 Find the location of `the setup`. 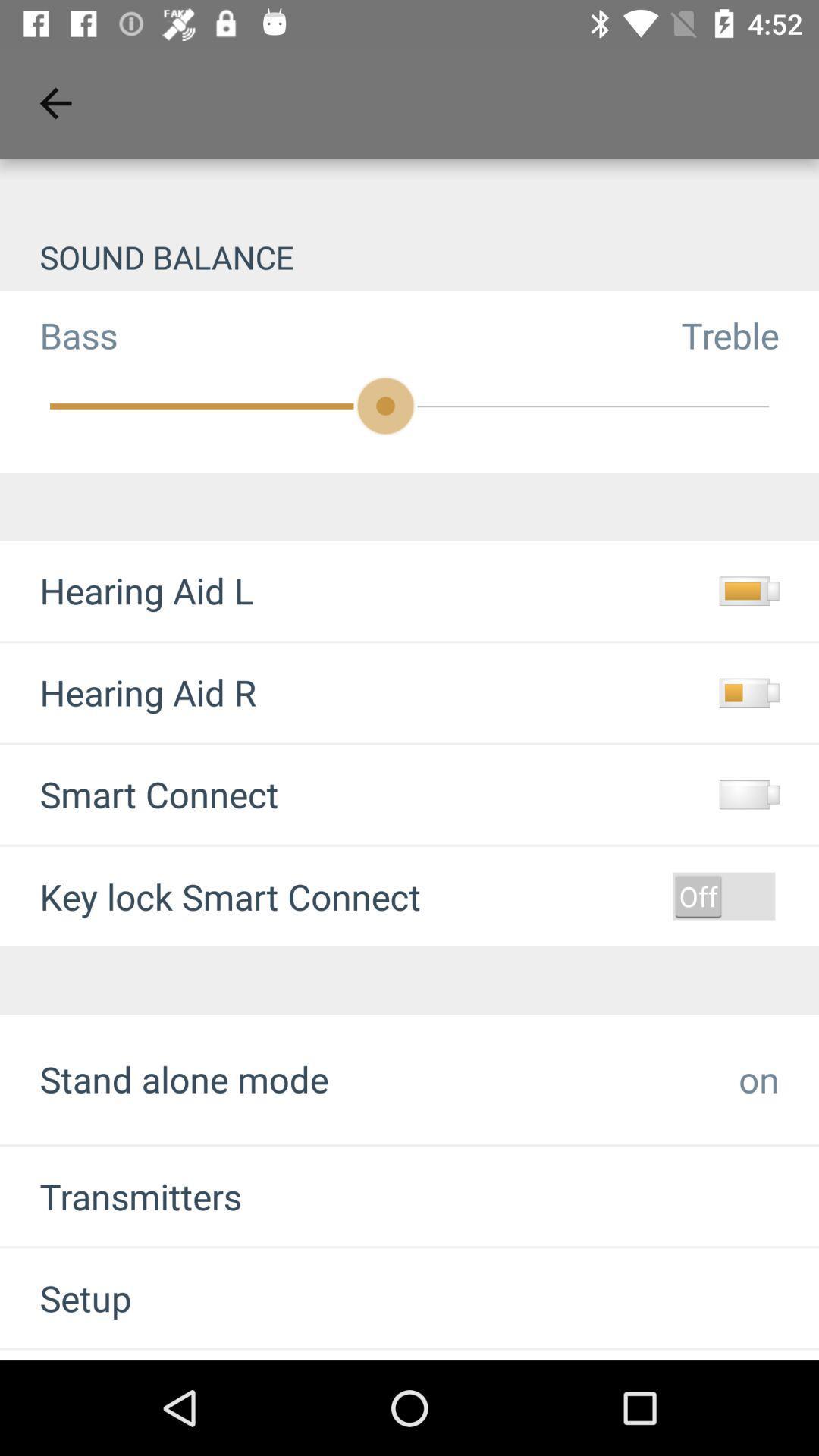

the setup is located at coordinates (64, 1297).